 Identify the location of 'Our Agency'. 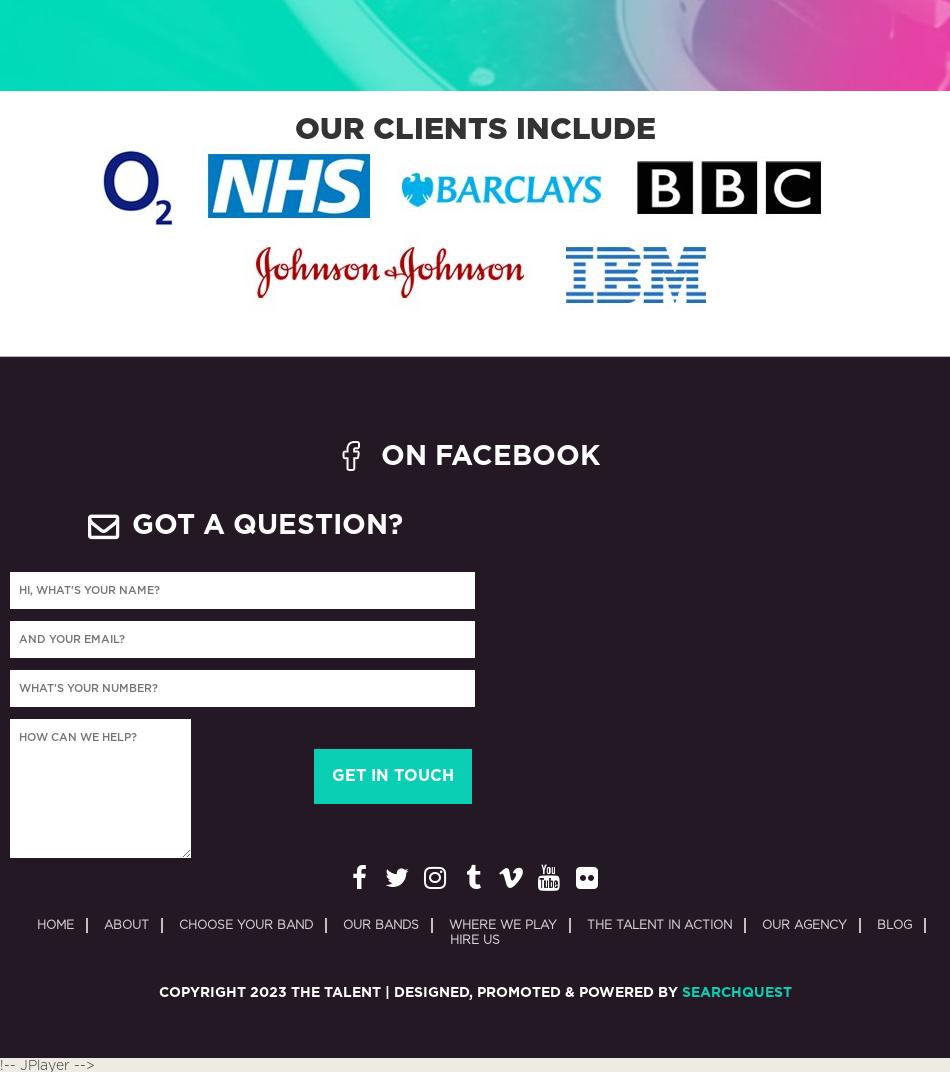
(802, 925).